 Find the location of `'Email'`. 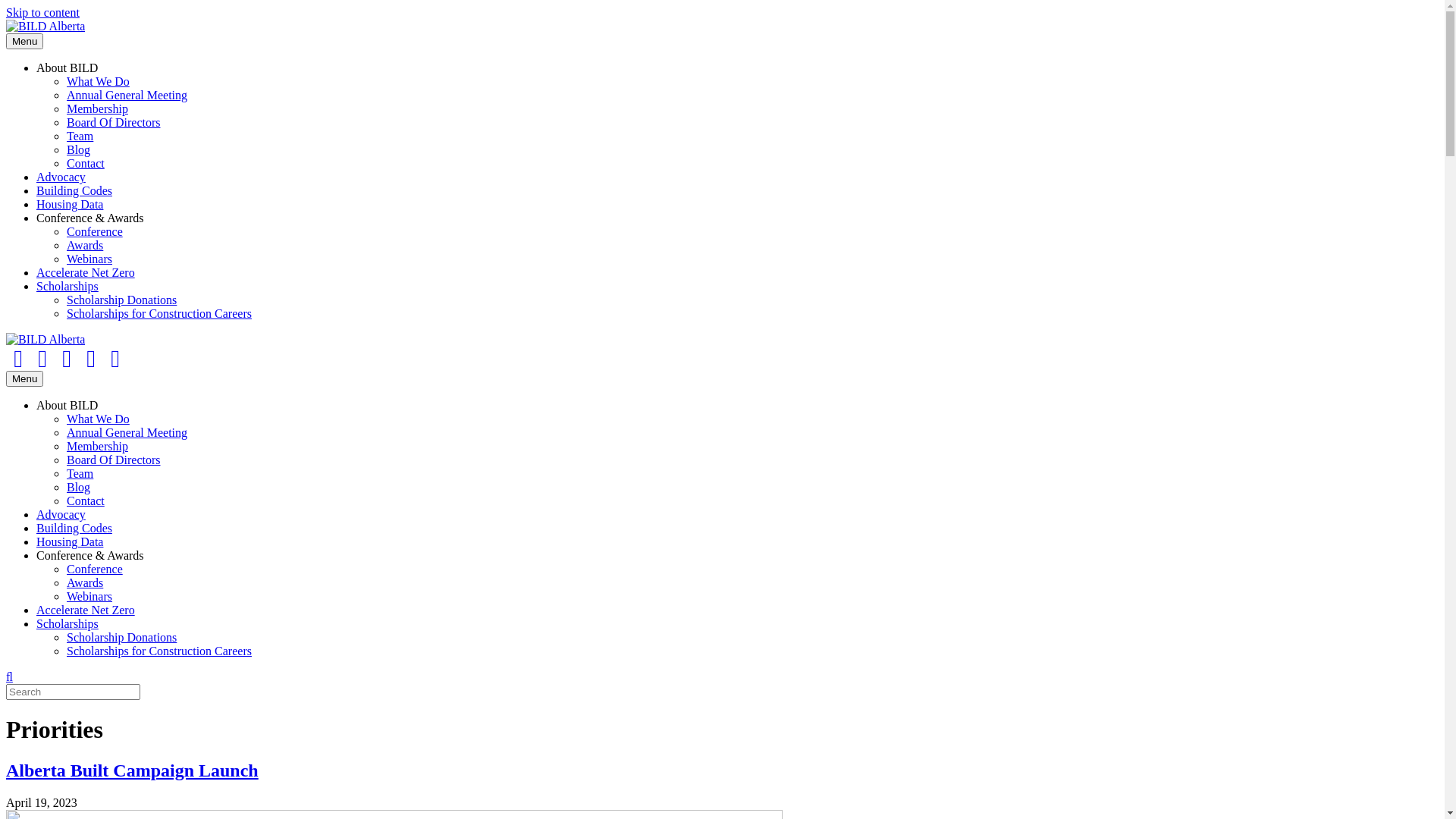

'Email' is located at coordinates (115, 359).